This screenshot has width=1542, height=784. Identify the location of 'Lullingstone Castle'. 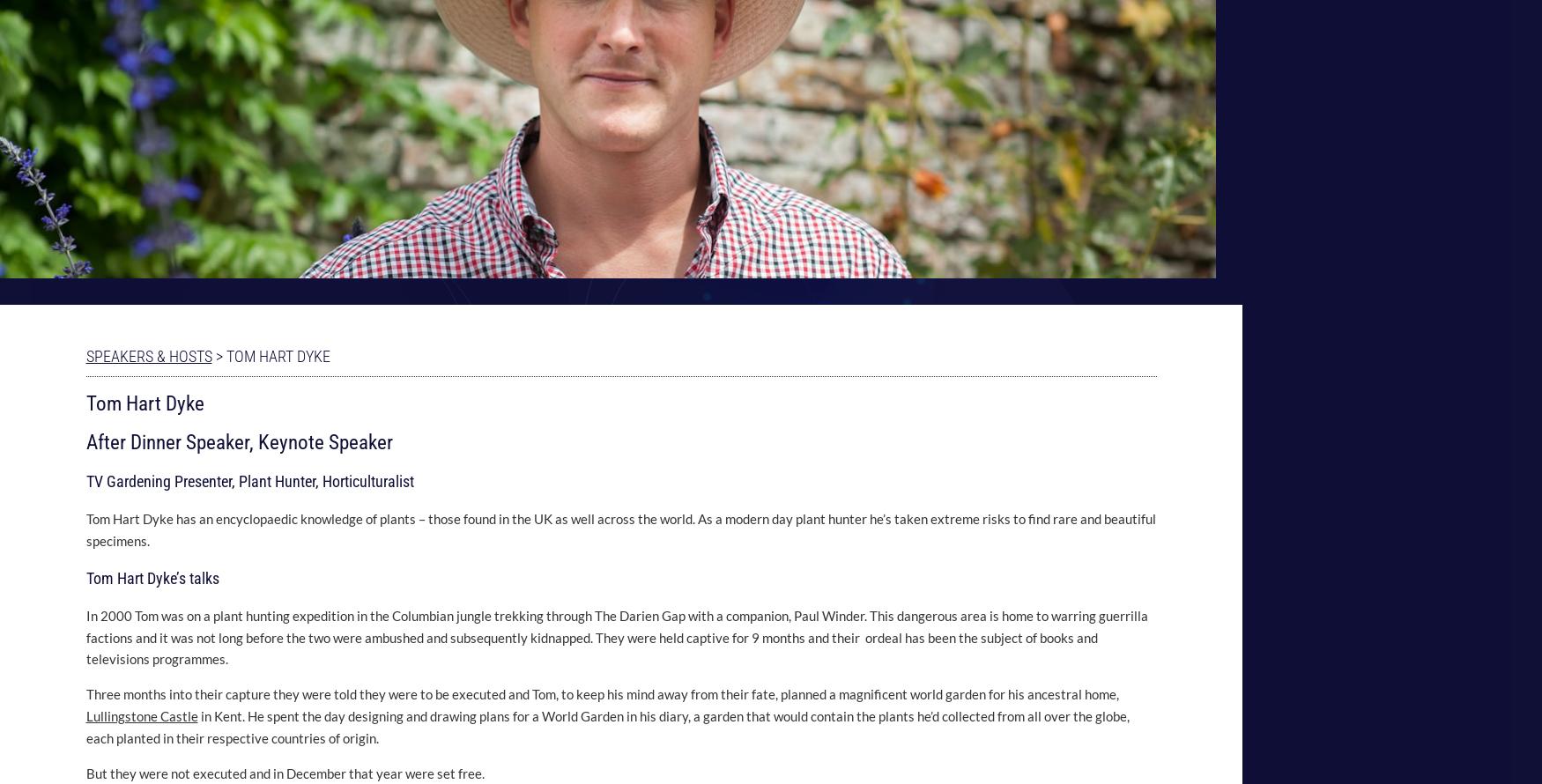
(140, 716).